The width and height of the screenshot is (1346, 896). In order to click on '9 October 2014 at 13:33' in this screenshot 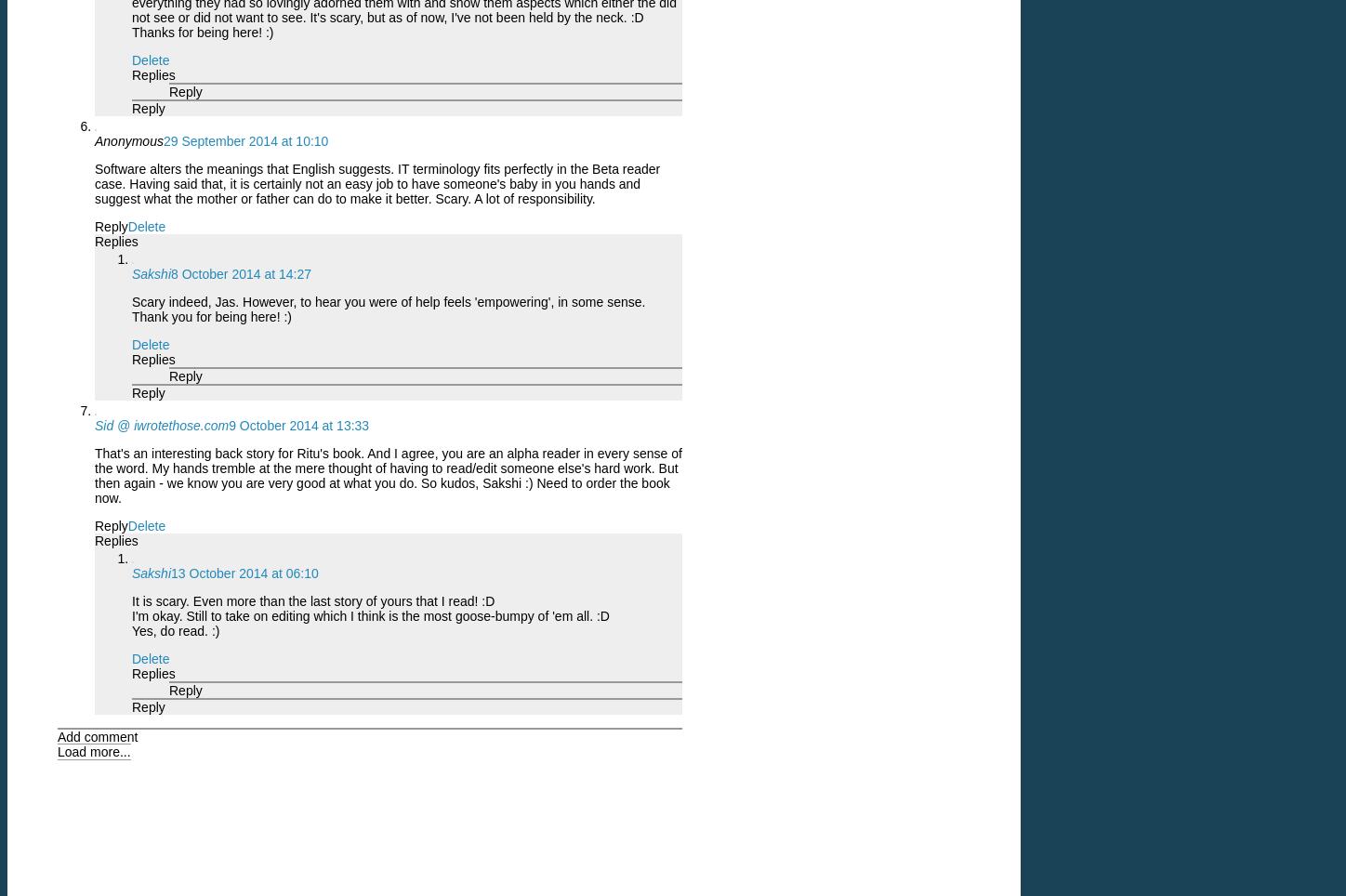, I will do `click(297, 425)`.